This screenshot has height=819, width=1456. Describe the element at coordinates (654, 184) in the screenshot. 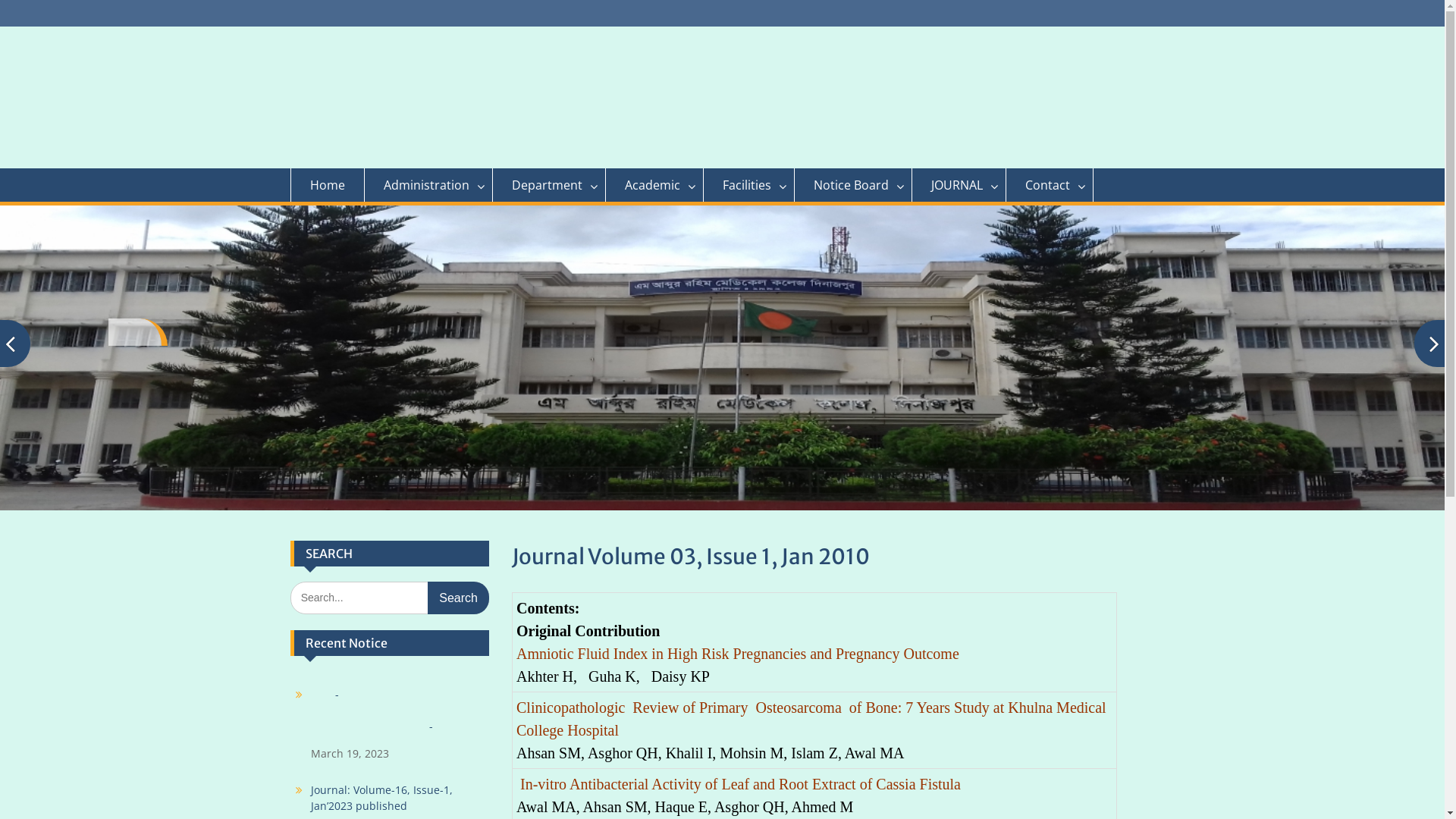

I see `'Academic'` at that location.